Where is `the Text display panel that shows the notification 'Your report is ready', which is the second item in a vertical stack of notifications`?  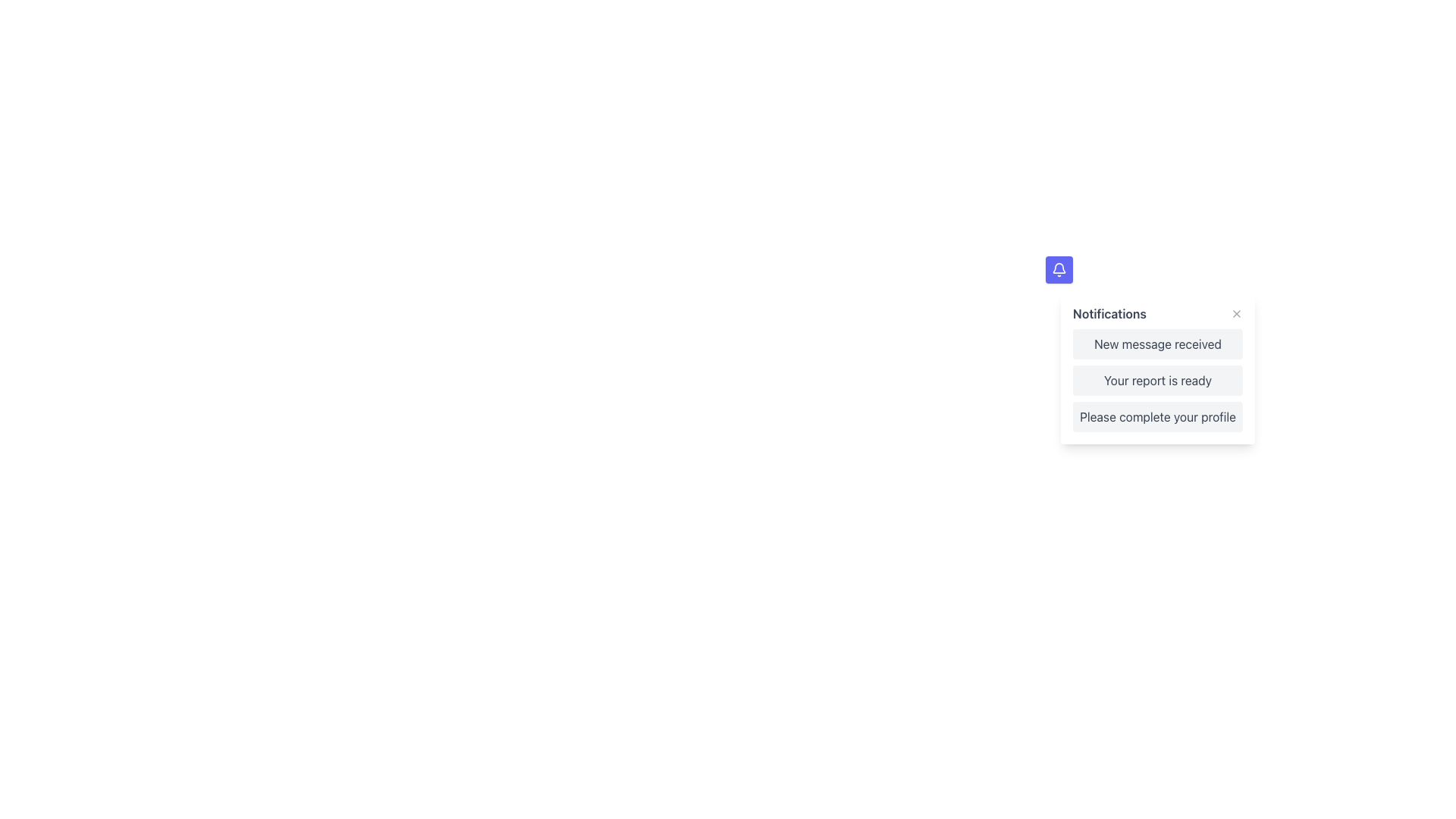 the Text display panel that shows the notification 'Your report is ready', which is the second item in a vertical stack of notifications is located at coordinates (1156, 379).